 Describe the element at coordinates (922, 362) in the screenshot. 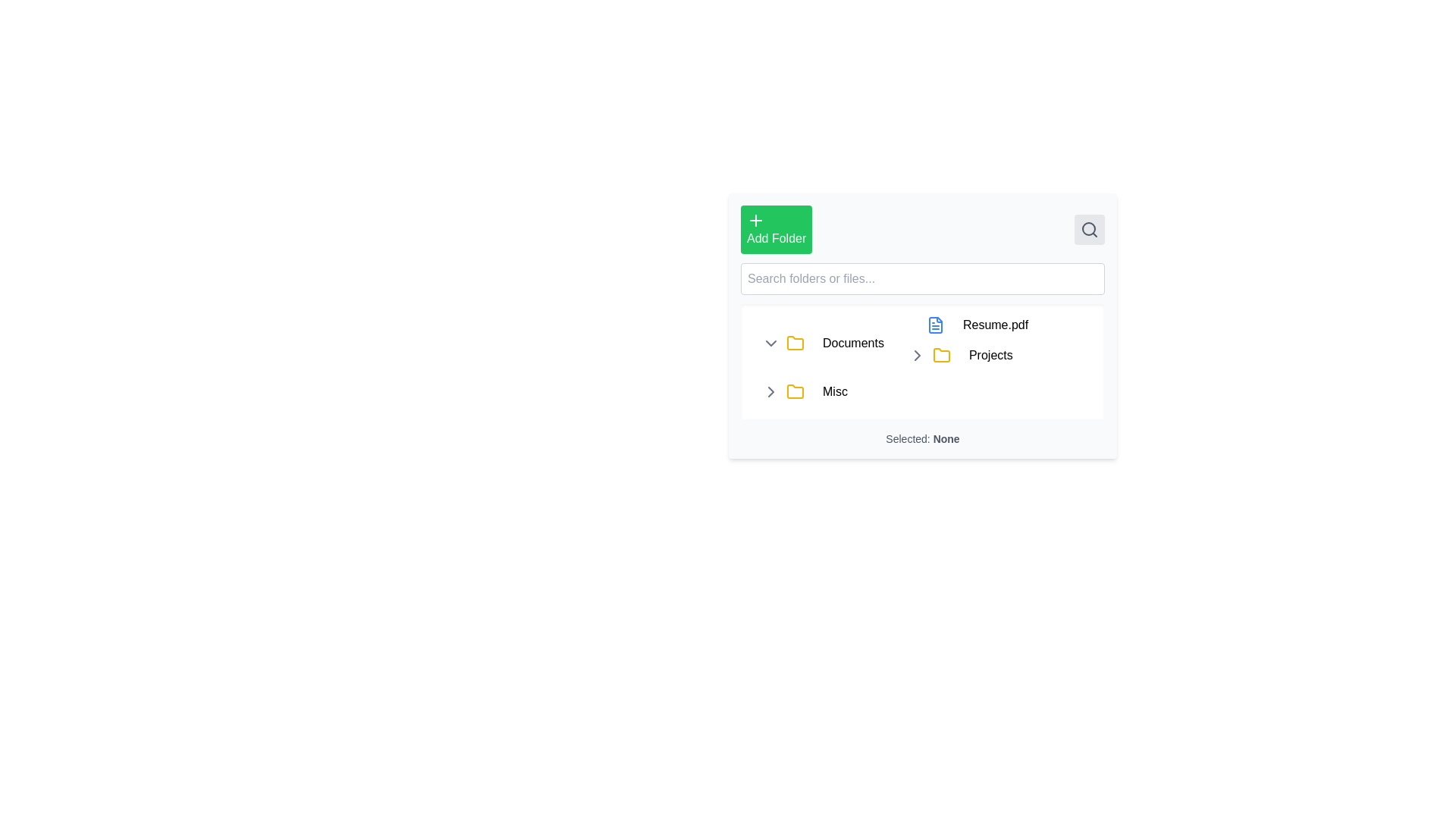

I see `the items within the Content Group that contains folders and files, located below the 'Add Folder' section` at that location.